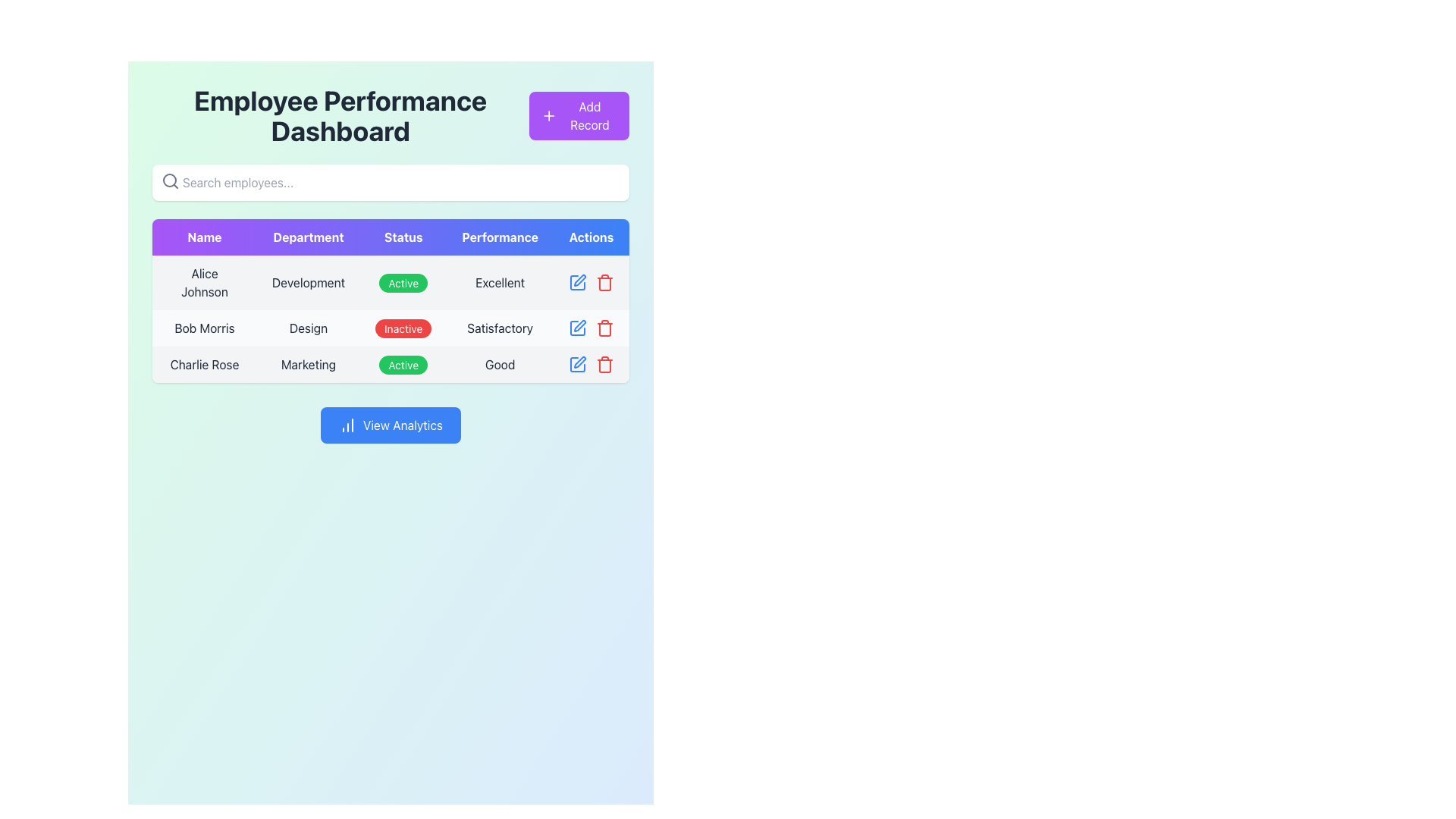  What do you see at coordinates (577, 283) in the screenshot?
I see `the edit action icon located in the 'Actions' column of the row corresponding to 'Alice Johnson' to initialize an edit action` at bounding box center [577, 283].